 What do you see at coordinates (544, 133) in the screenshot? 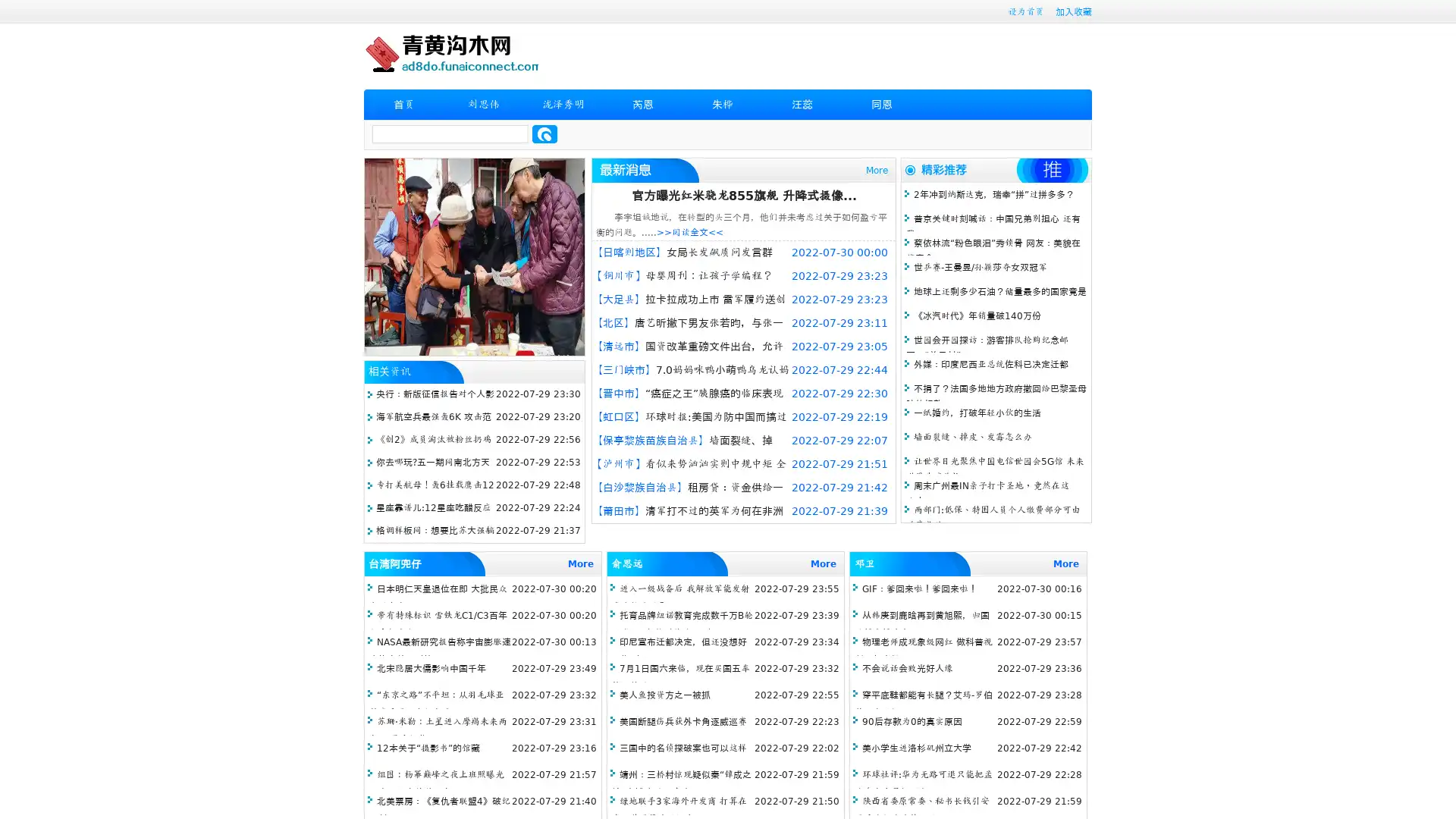
I see `Search` at bounding box center [544, 133].